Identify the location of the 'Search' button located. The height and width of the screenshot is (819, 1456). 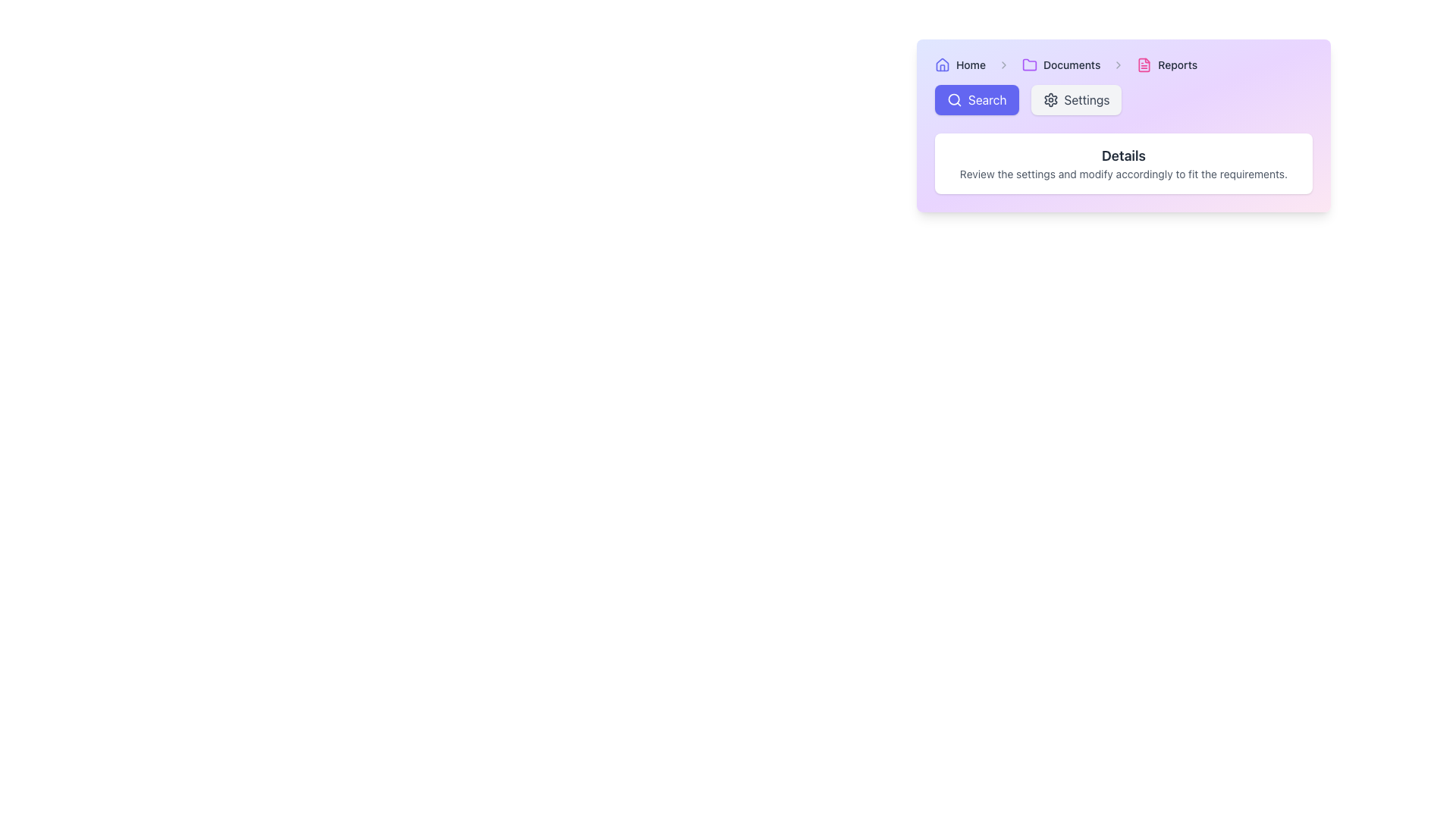
(953, 99).